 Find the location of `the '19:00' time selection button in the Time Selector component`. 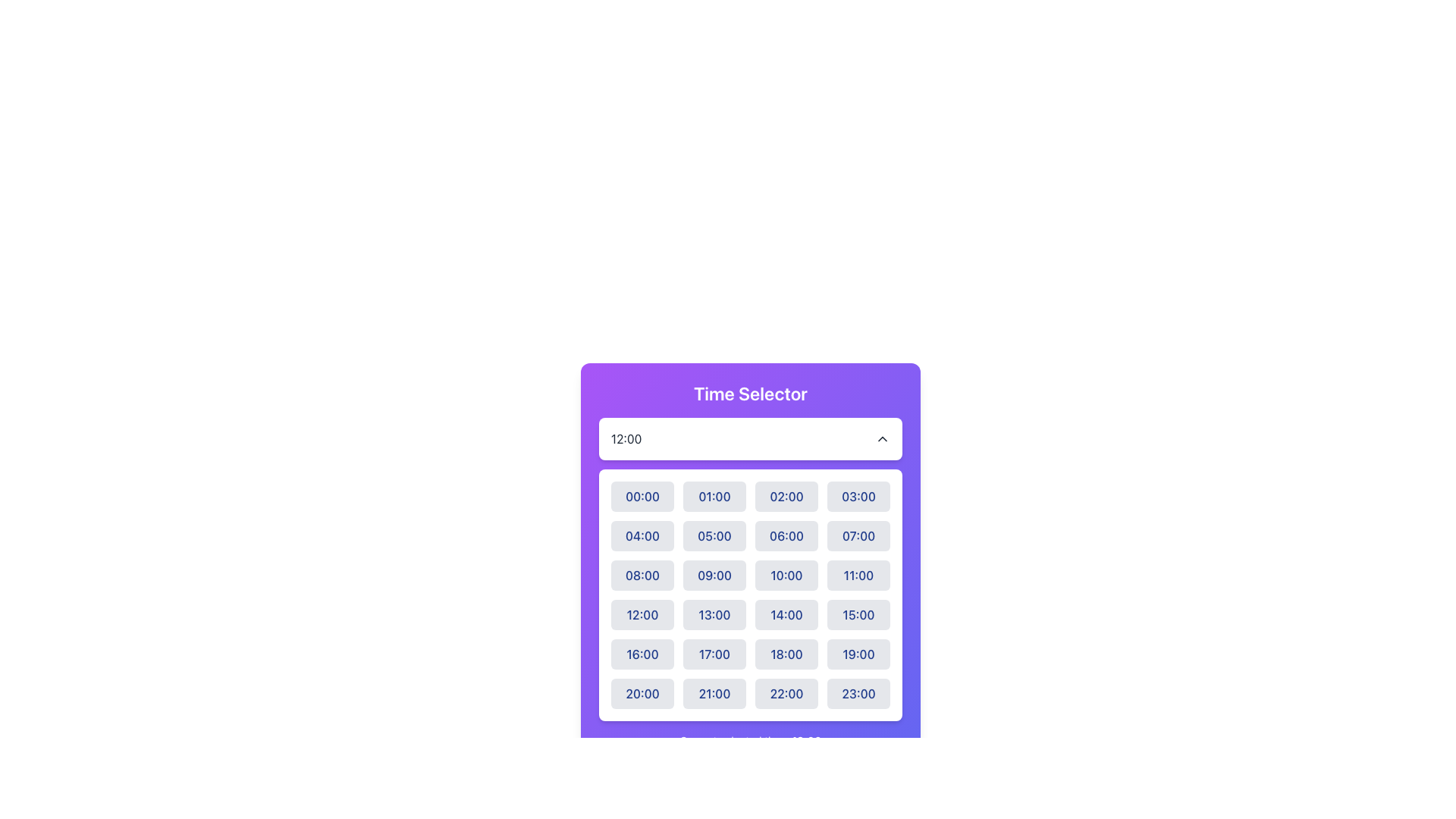

the '19:00' time selection button in the Time Selector component is located at coordinates (858, 654).